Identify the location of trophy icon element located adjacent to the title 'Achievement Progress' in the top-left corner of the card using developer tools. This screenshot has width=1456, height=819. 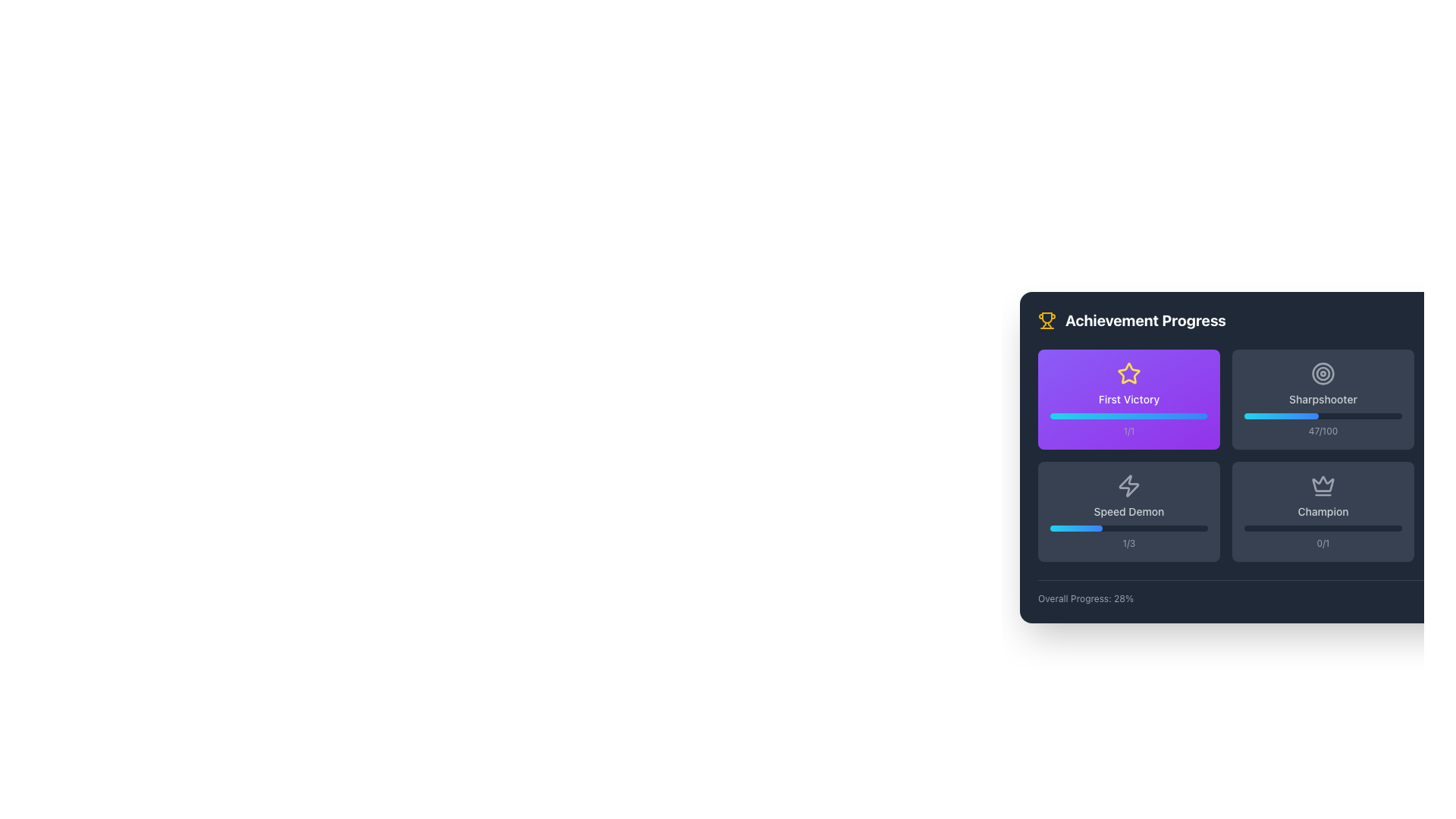
(1046, 317).